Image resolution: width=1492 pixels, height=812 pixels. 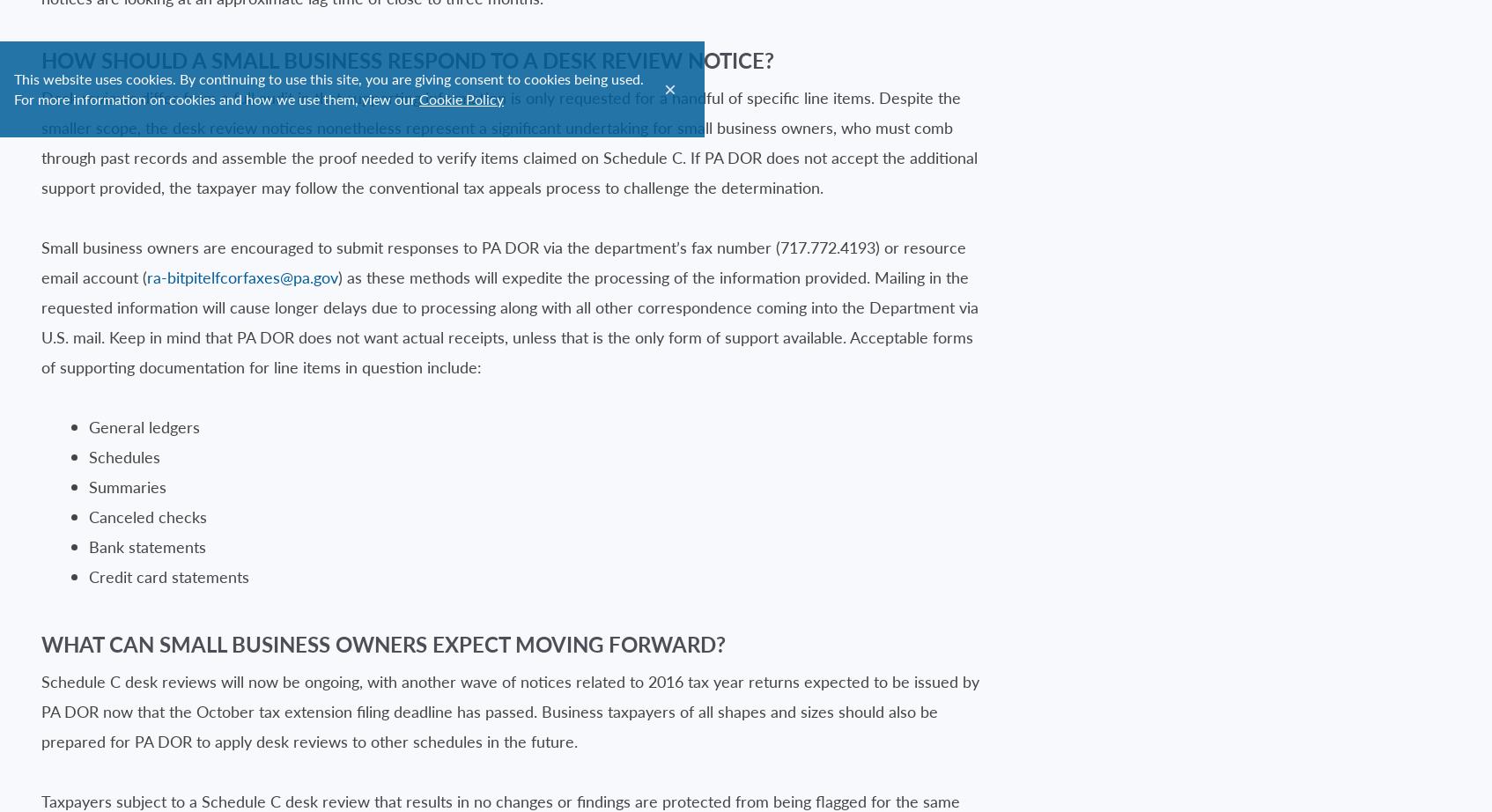 I want to click on ') as these methods will expedite the processing of the information provided. Mailing in the requested information will cause longer delays due to processing along with all other correspondence coming into the Department via U.S. mail. Keep in mind that PA DOR does not want actual receipts, unless that is the only form of support available. Acceptable forms of supporting documentation for line items in question include:', so click(x=510, y=320).